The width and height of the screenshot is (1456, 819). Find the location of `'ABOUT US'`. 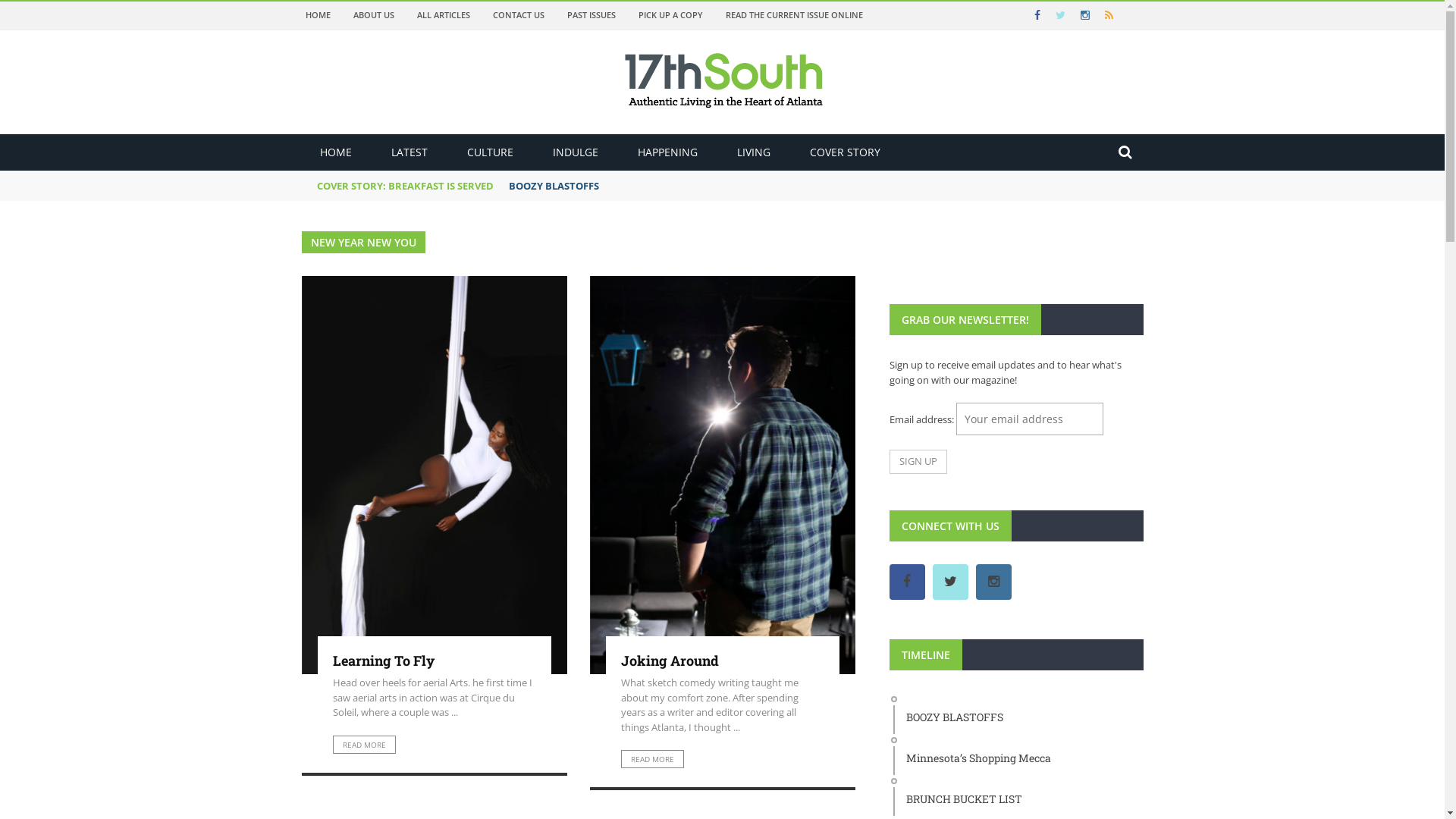

'ABOUT US' is located at coordinates (374, 14).